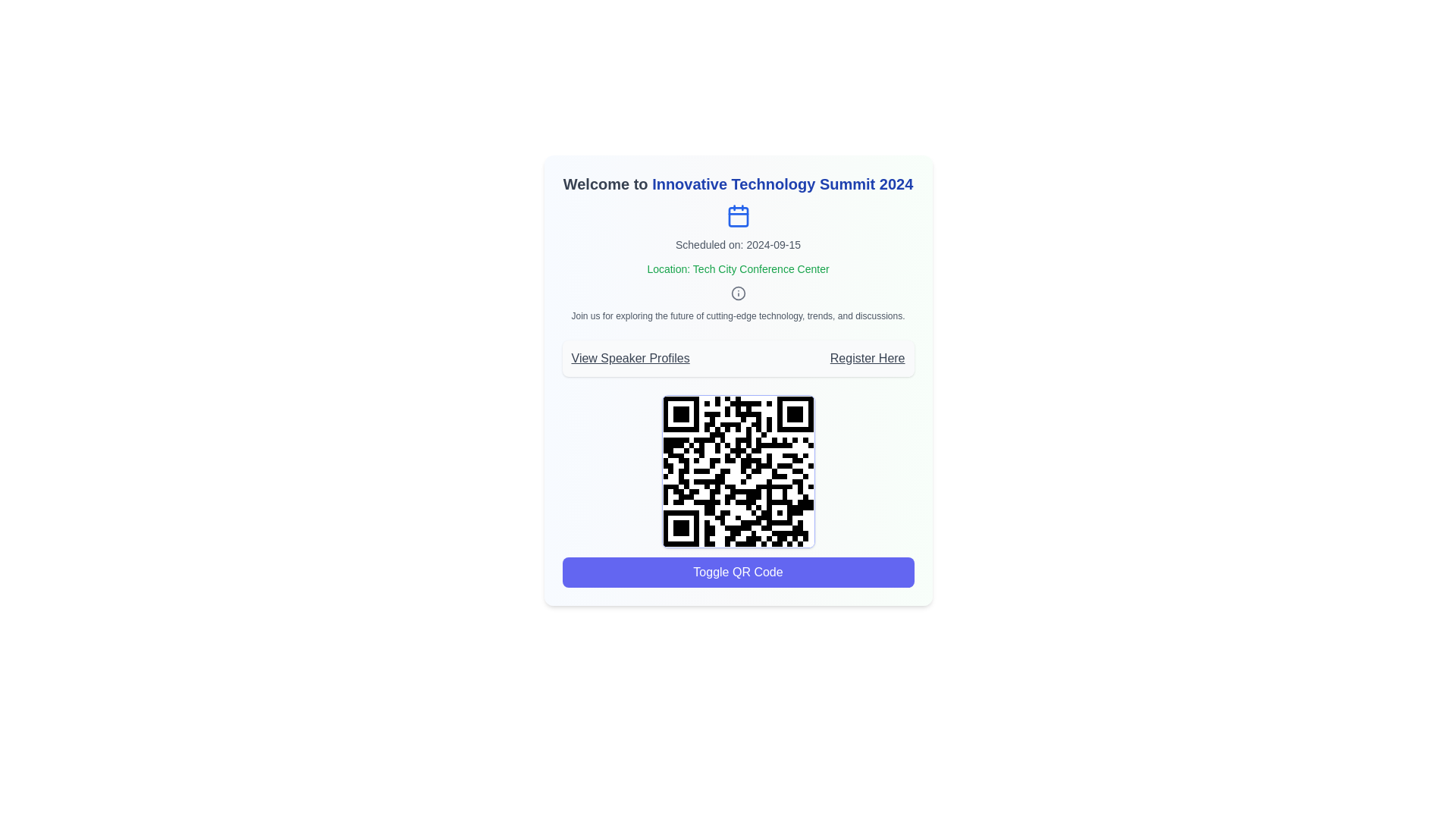  Describe the element at coordinates (738, 247) in the screenshot. I see `the calendar icon in the Informative section of the technology summit layout` at that location.